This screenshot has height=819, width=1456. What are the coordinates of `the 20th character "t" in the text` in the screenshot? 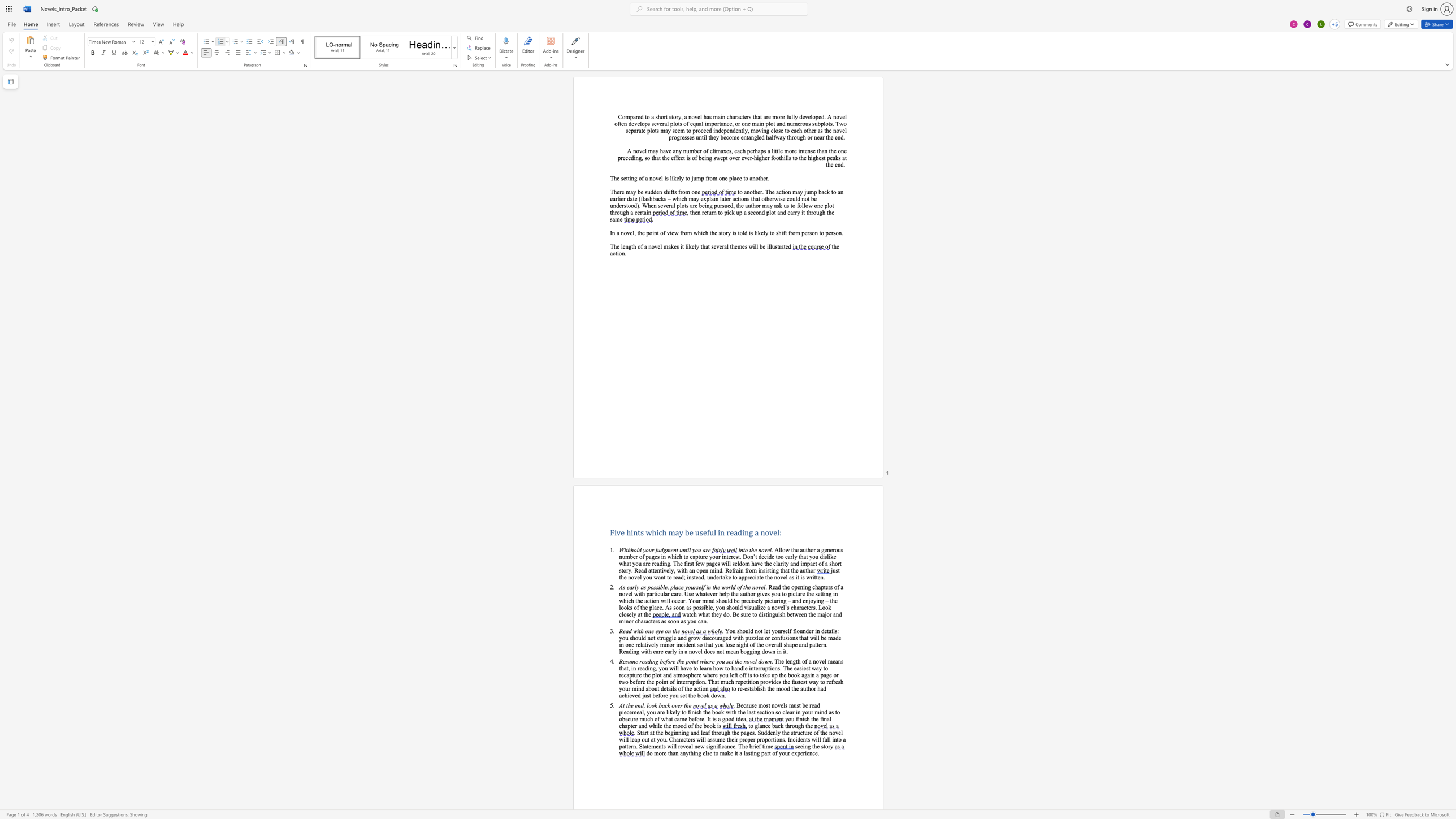 It's located at (643, 614).